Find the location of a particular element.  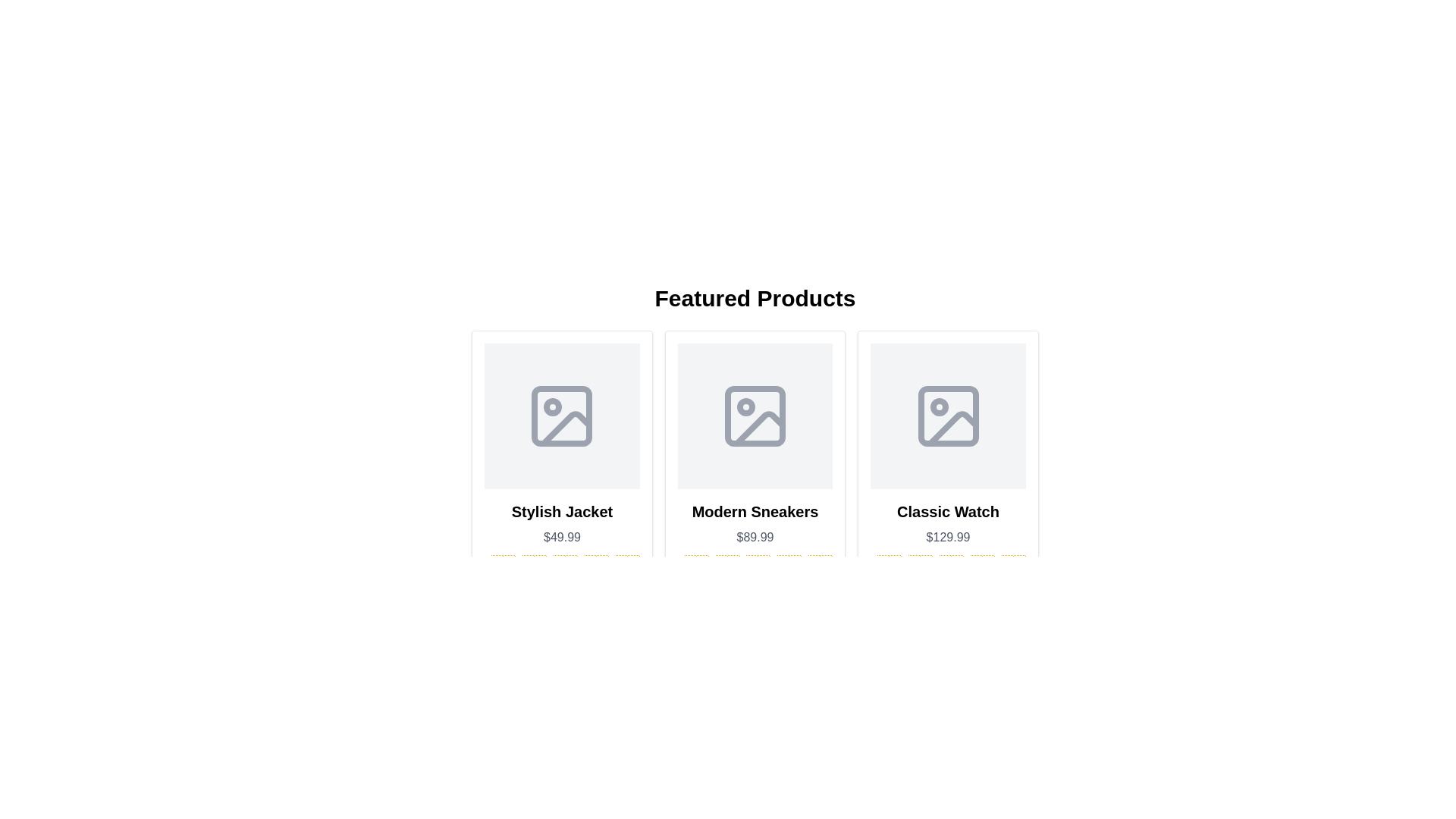

the static text element displaying the price of the 'Classic Watch', which is located beneath the item's title and above the star rating in the product card is located at coordinates (947, 537).